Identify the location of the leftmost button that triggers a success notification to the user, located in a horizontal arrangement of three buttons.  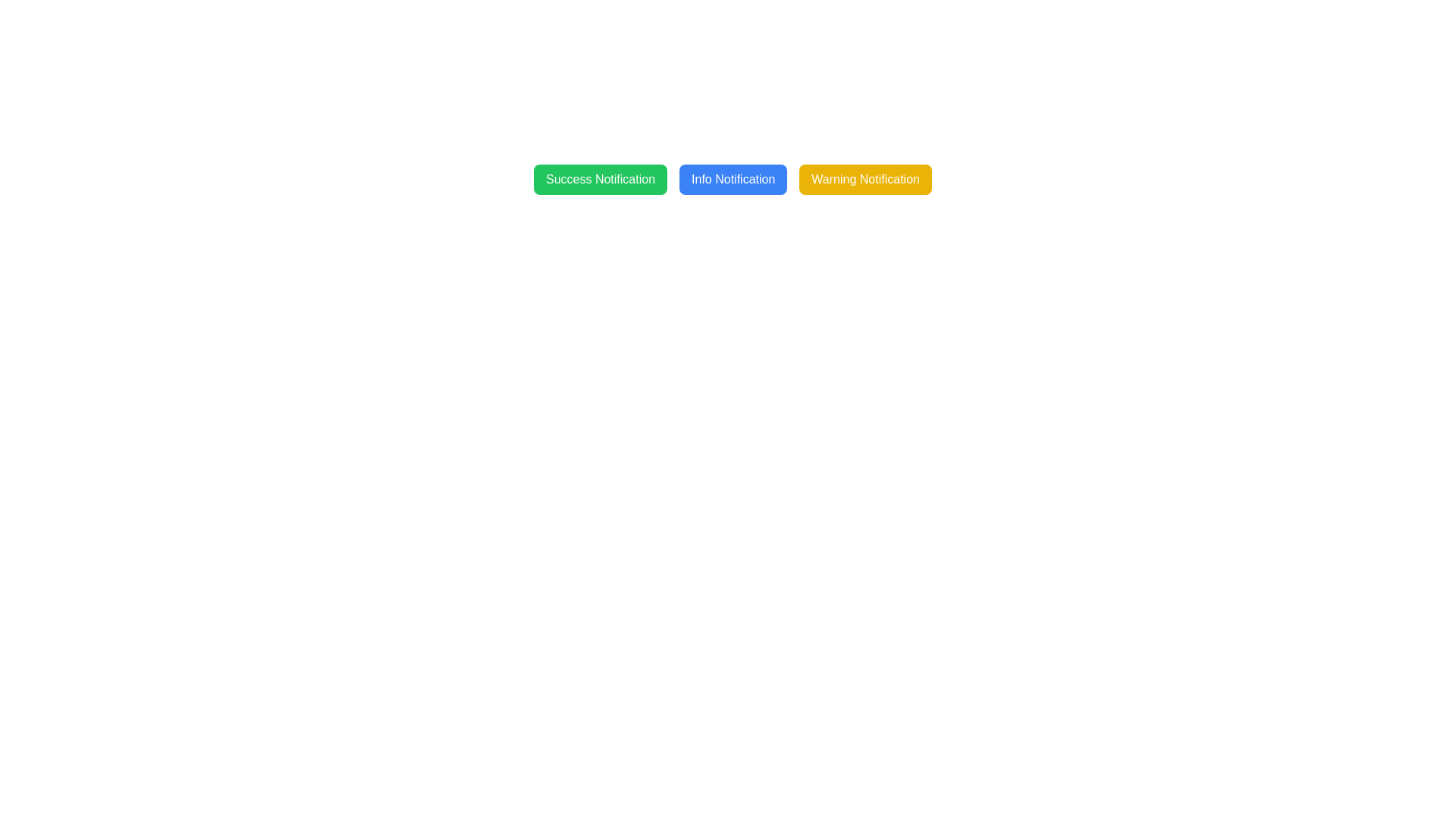
(600, 178).